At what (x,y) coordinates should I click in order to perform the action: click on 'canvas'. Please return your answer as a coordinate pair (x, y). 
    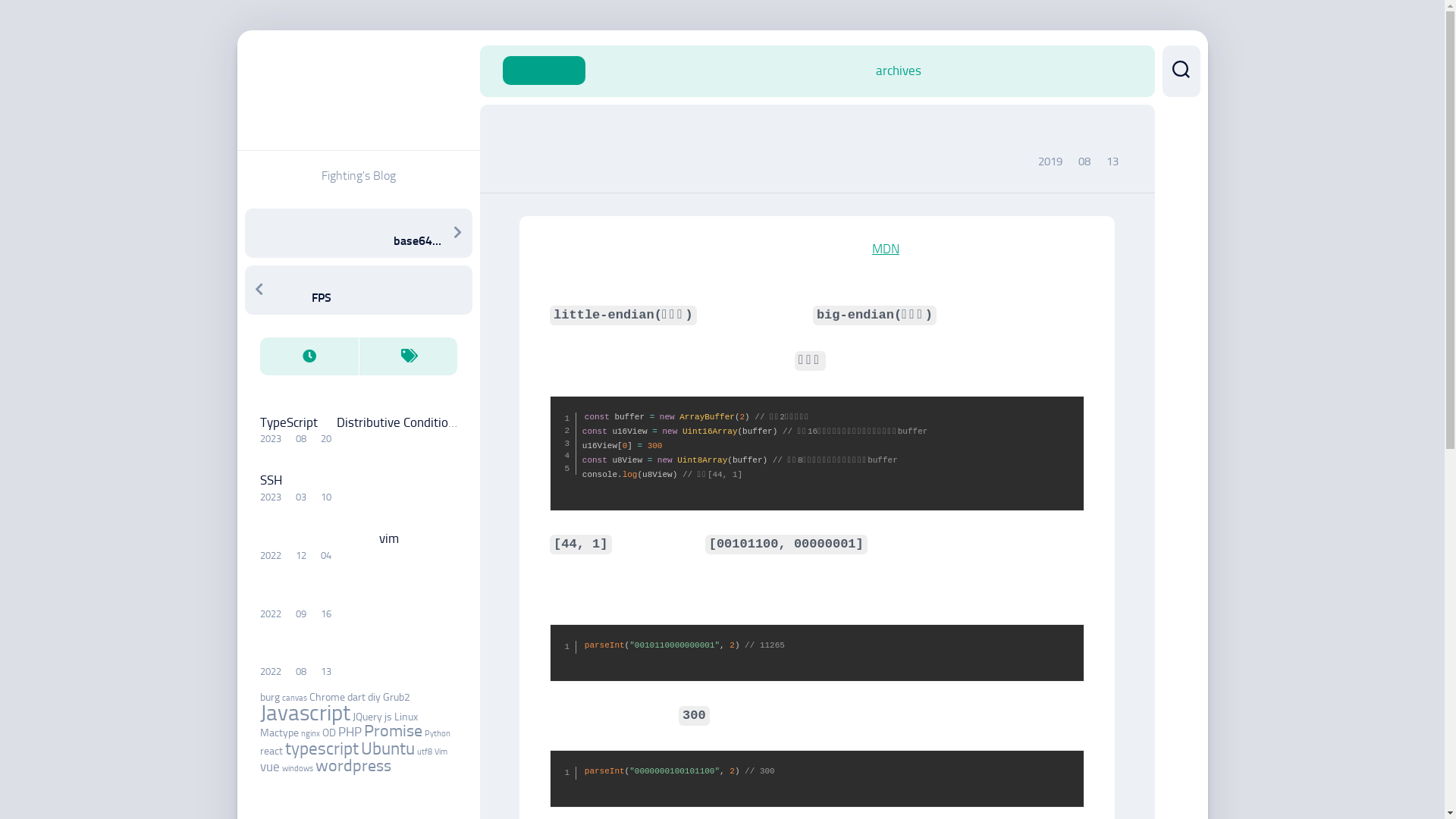
    Looking at the image, I should click on (294, 698).